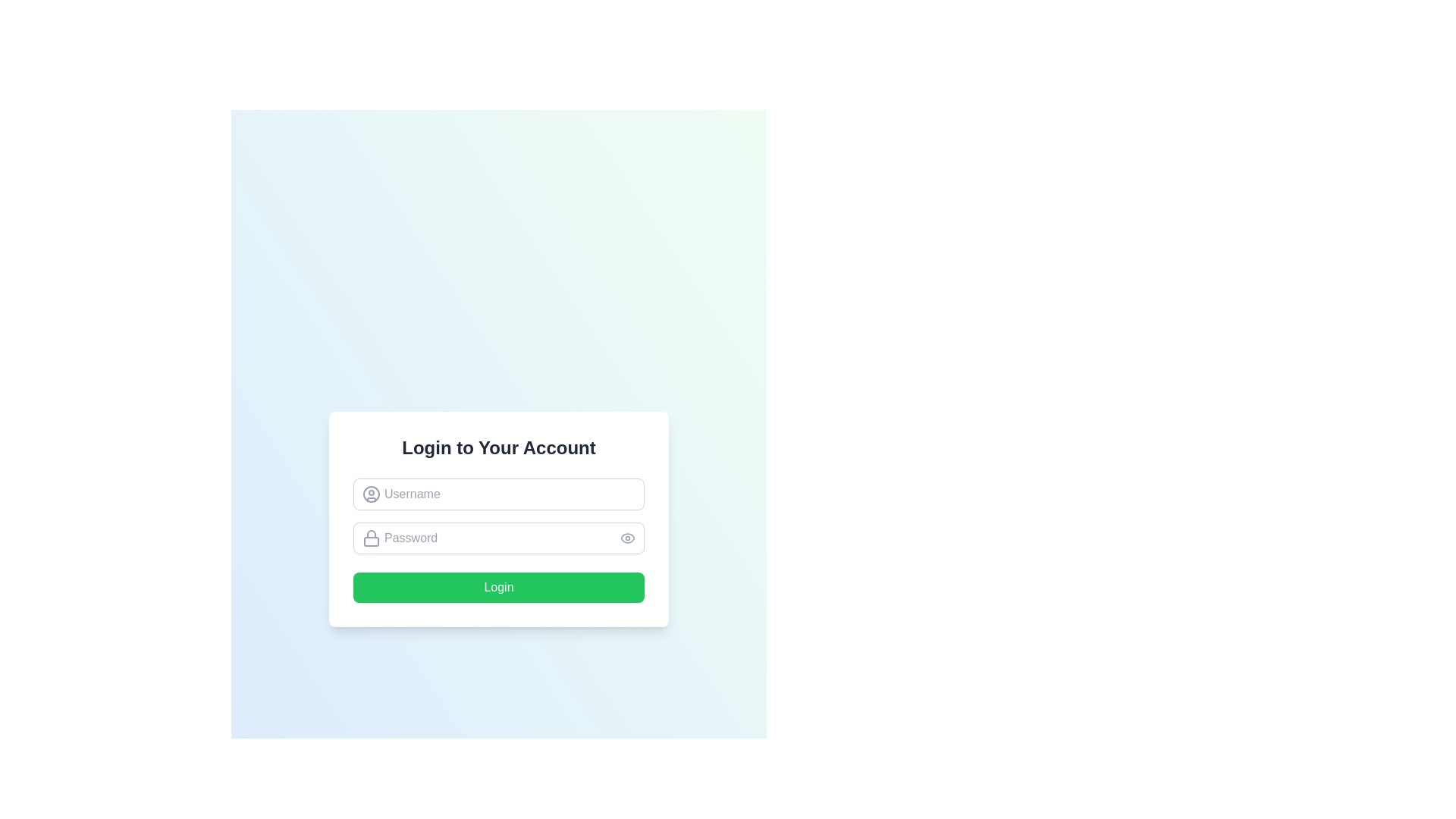 The height and width of the screenshot is (819, 1456). I want to click on the eye-shaped icon button located at the far right end of the password entry field, so click(628, 537).